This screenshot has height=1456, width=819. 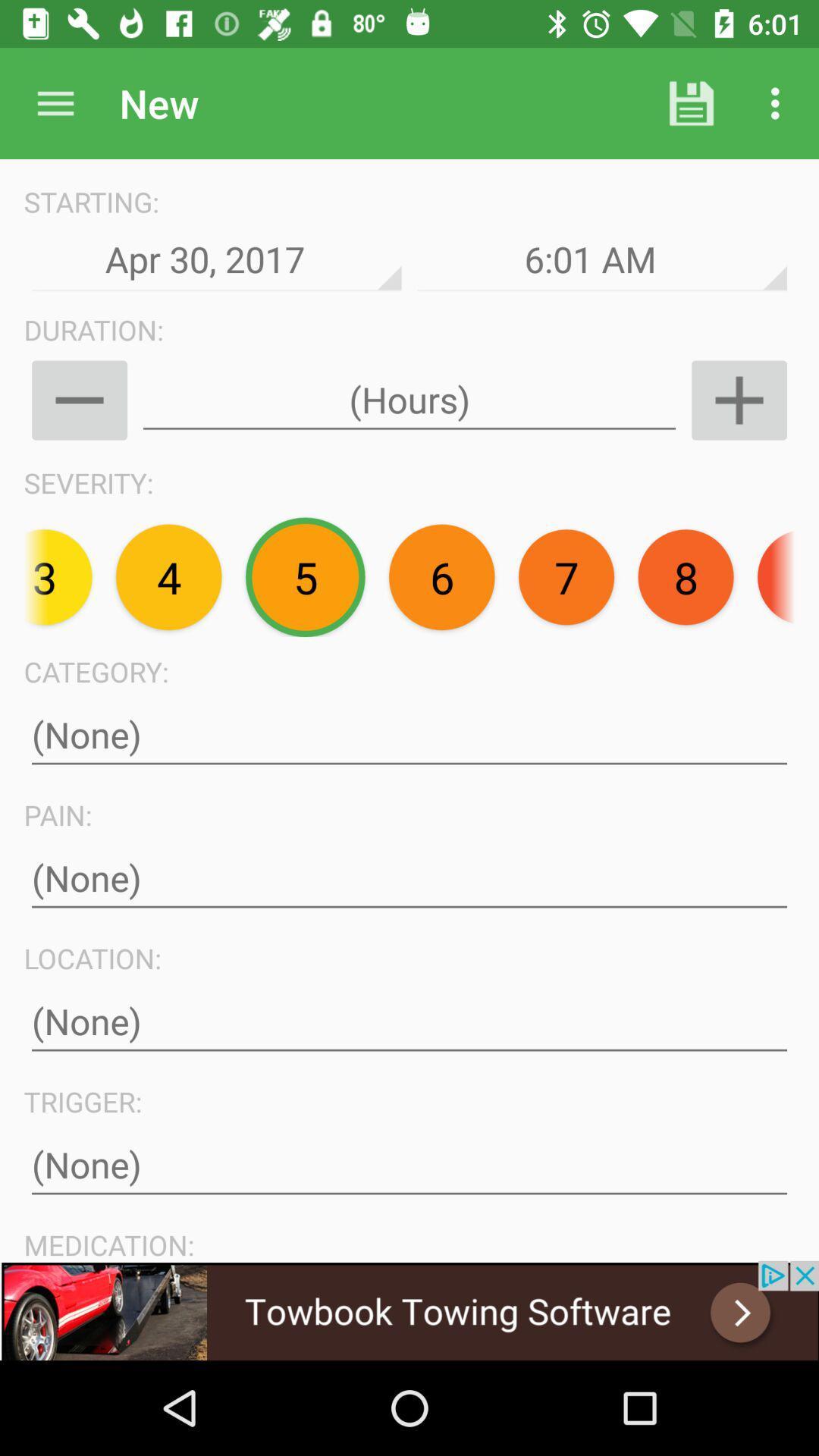 What do you see at coordinates (691, 103) in the screenshot?
I see `the icon left to the three dots from top right corner` at bounding box center [691, 103].